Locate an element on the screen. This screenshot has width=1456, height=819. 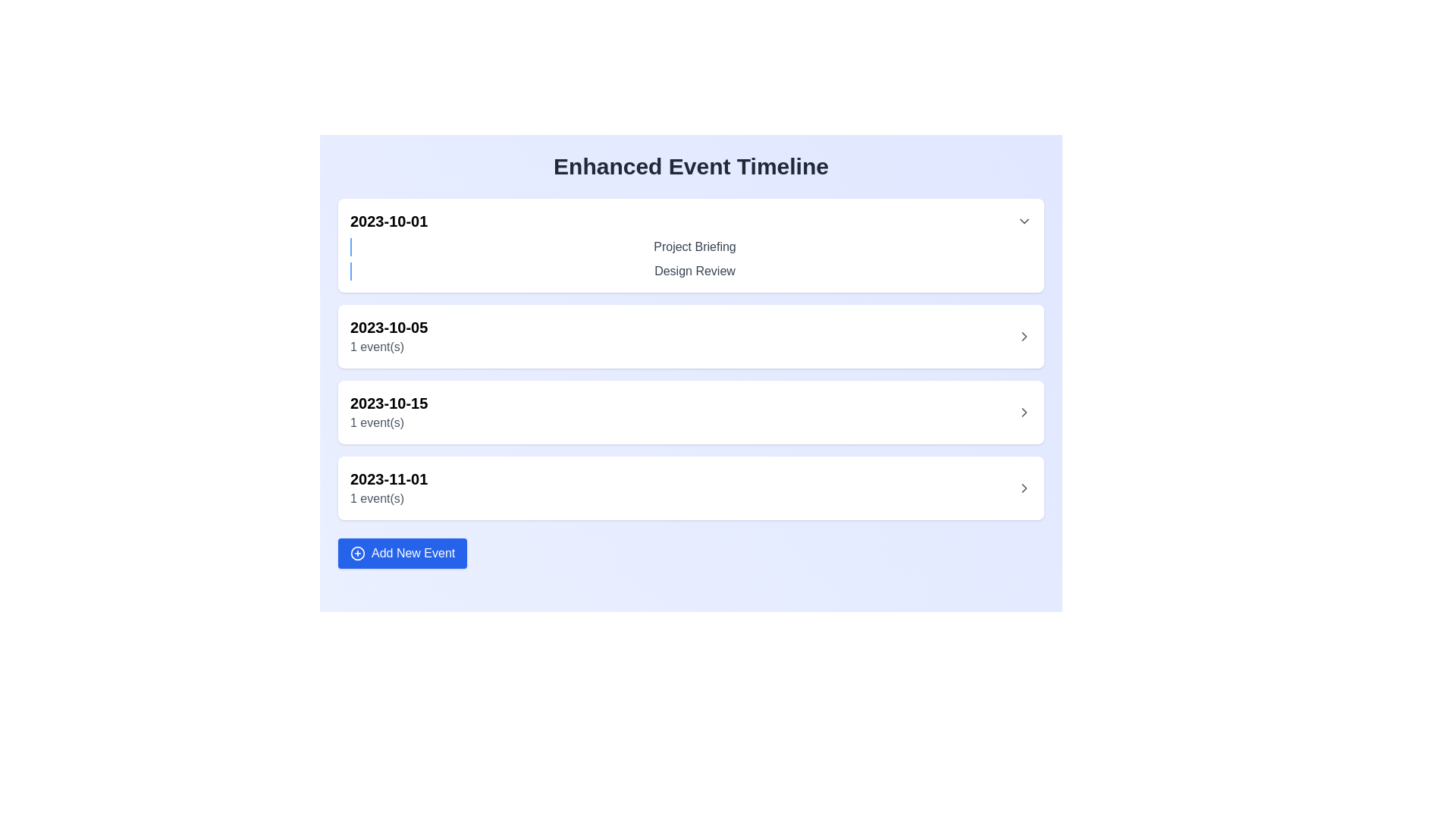
the arrow icon representing navigation for the timeline entry dated '2023-10-05', located in the second chronological slot of the timeline is located at coordinates (1024, 335).